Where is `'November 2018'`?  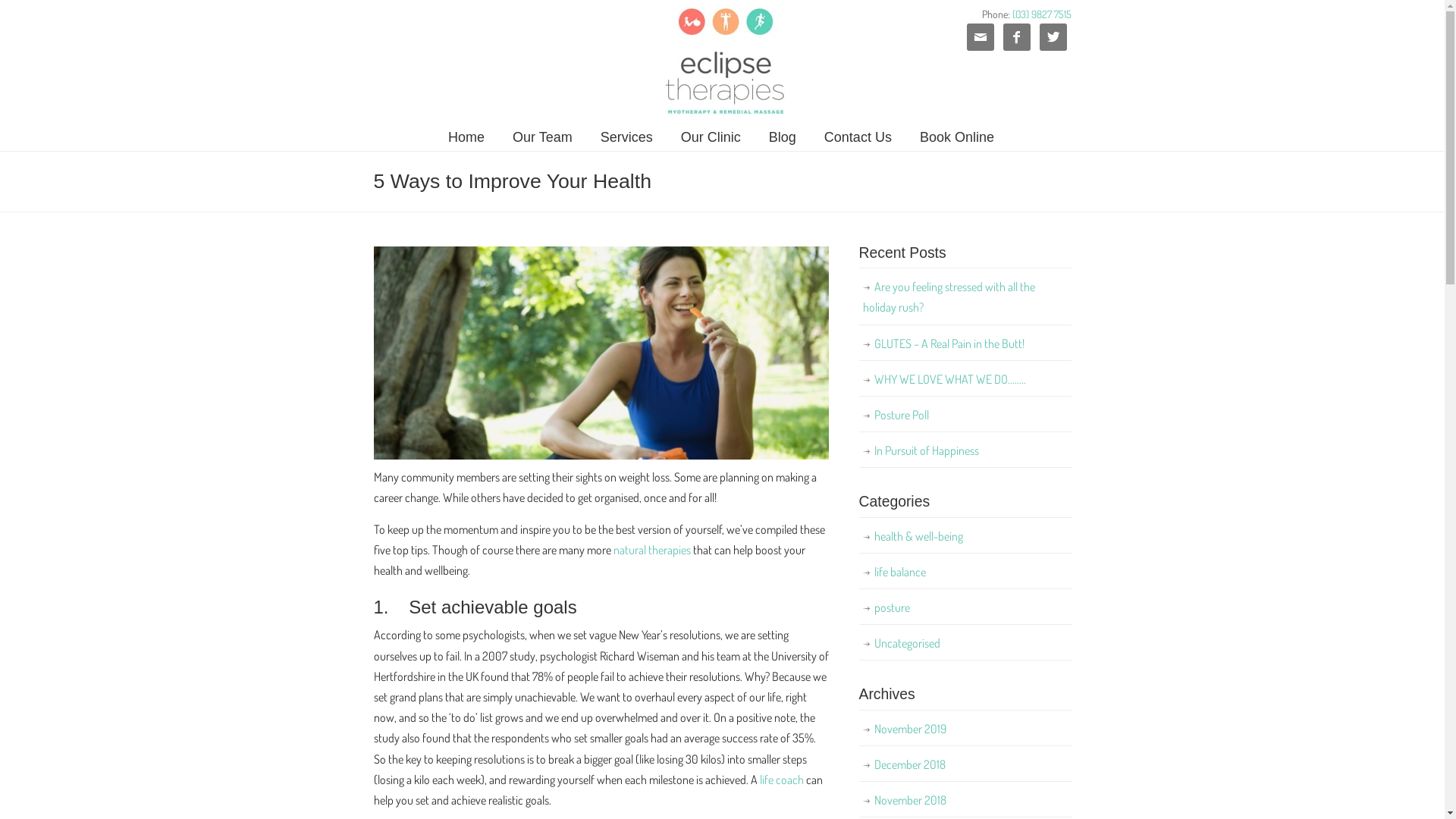
'November 2018' is located at coordinates (858, 799).